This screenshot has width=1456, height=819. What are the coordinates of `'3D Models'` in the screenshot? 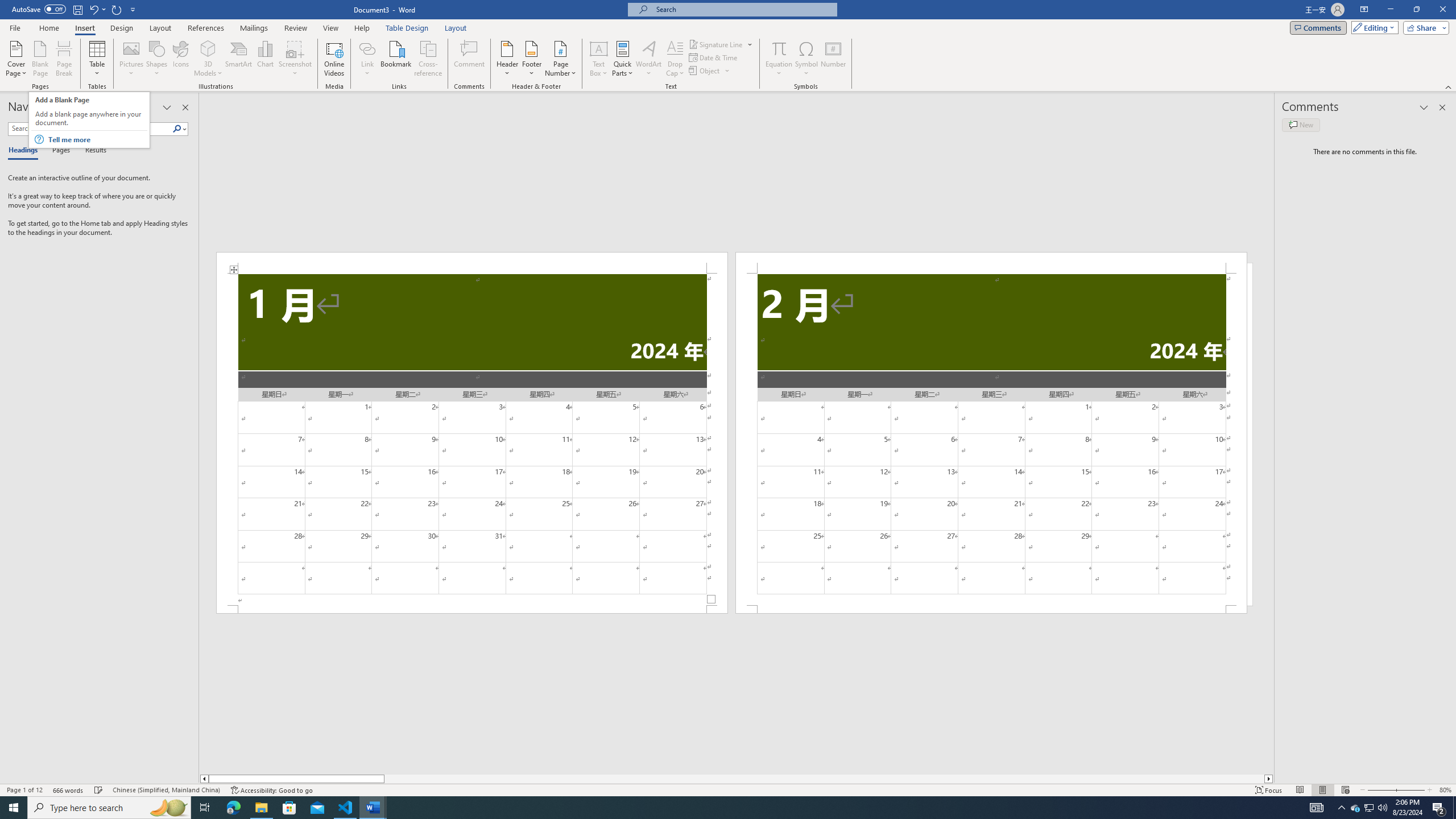 It's located at (208, 59).